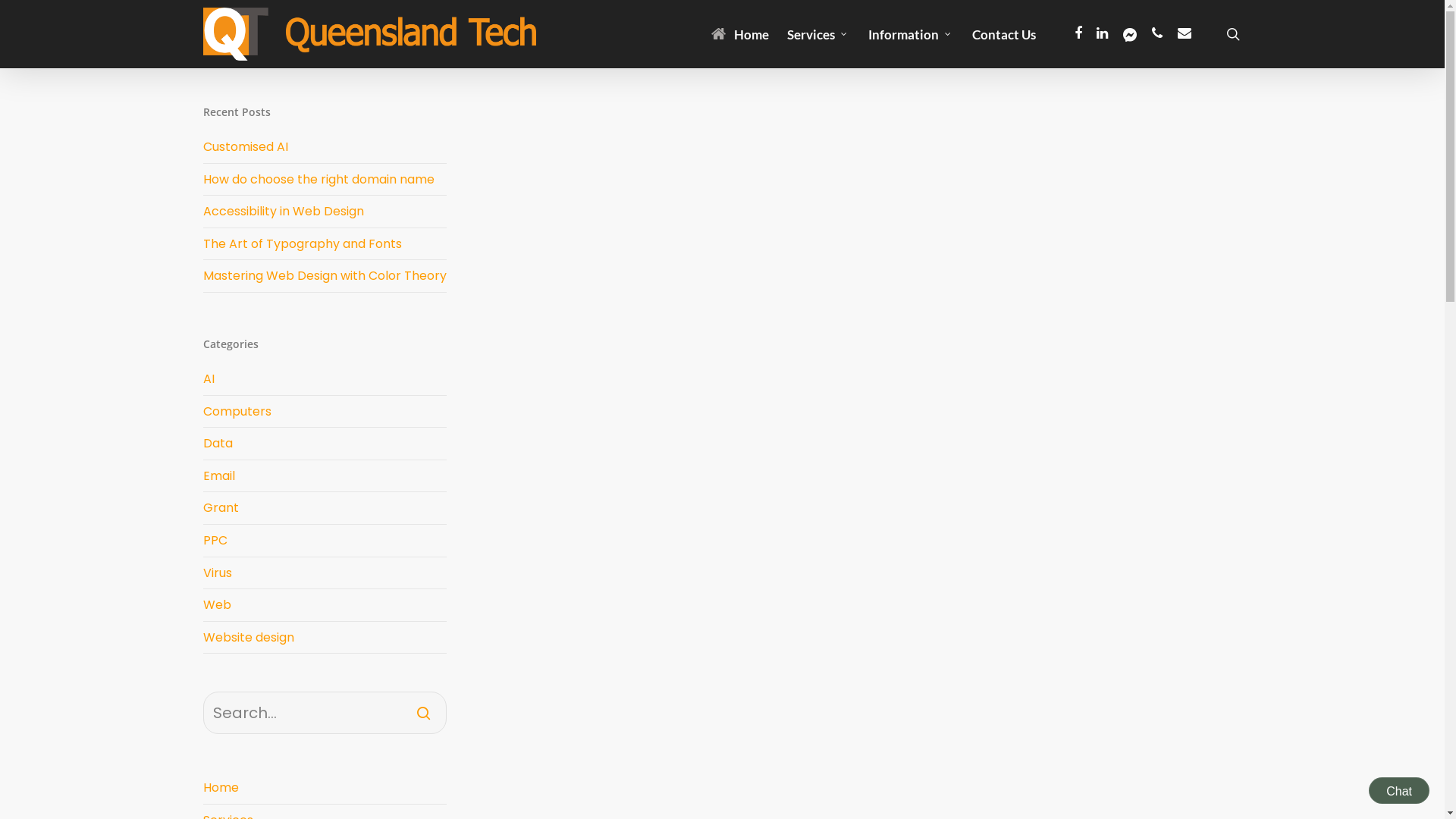 This screenshot has height=819, width=1456. Describe the element at coordinates (302, 243) in the screenshot. I see `'The Art of Typography and Fonts'` at that location.